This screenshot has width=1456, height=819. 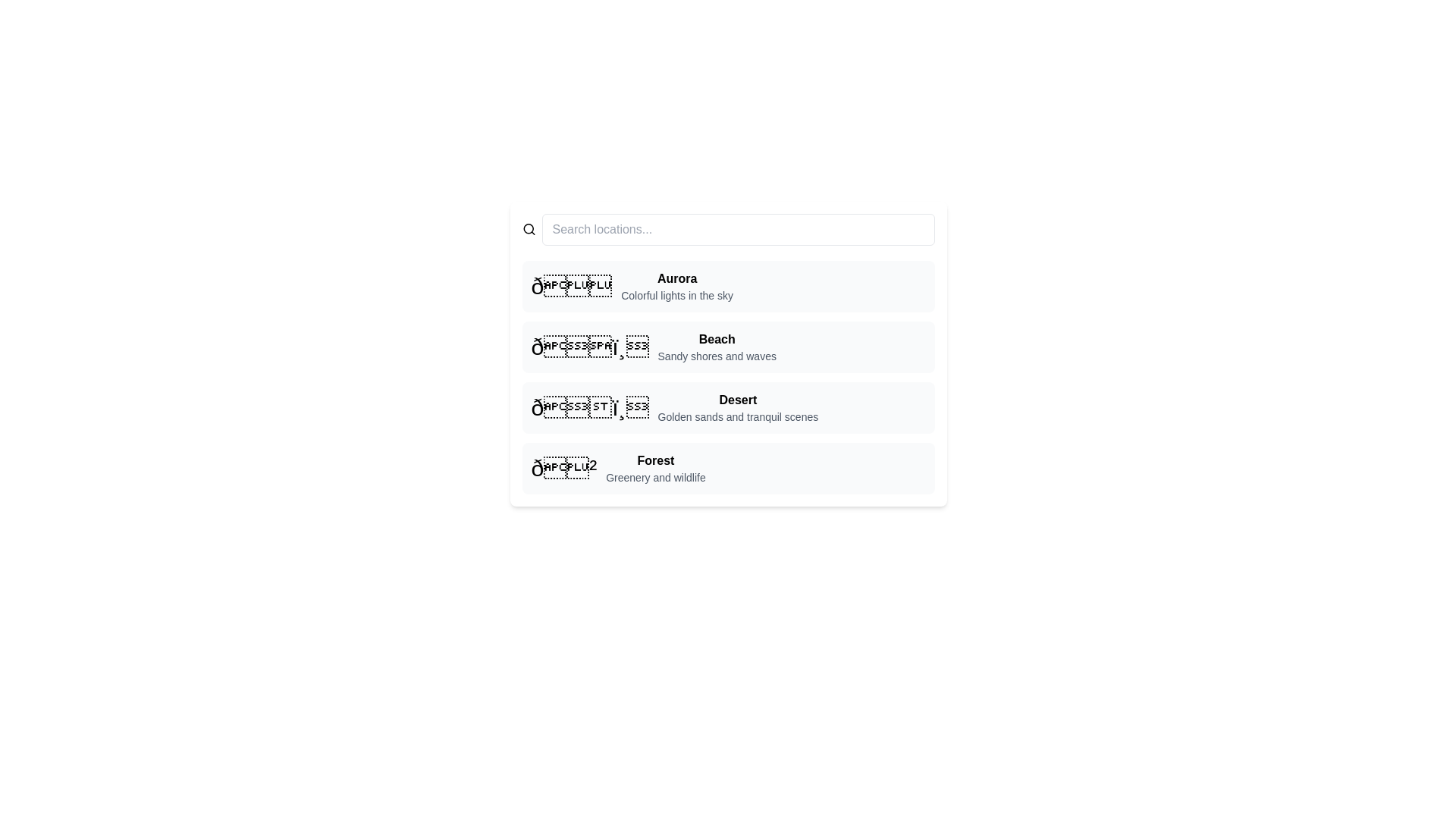 What do you see at coordinates (563, 467) in the screenshot?
I see `the decorative icon representing the concept of a forest, located to the left of the text 'Forest' and the subtitle 'Greenery and wildlife' within the fourth list item of a vertical list` at bounding box center [563, 467].